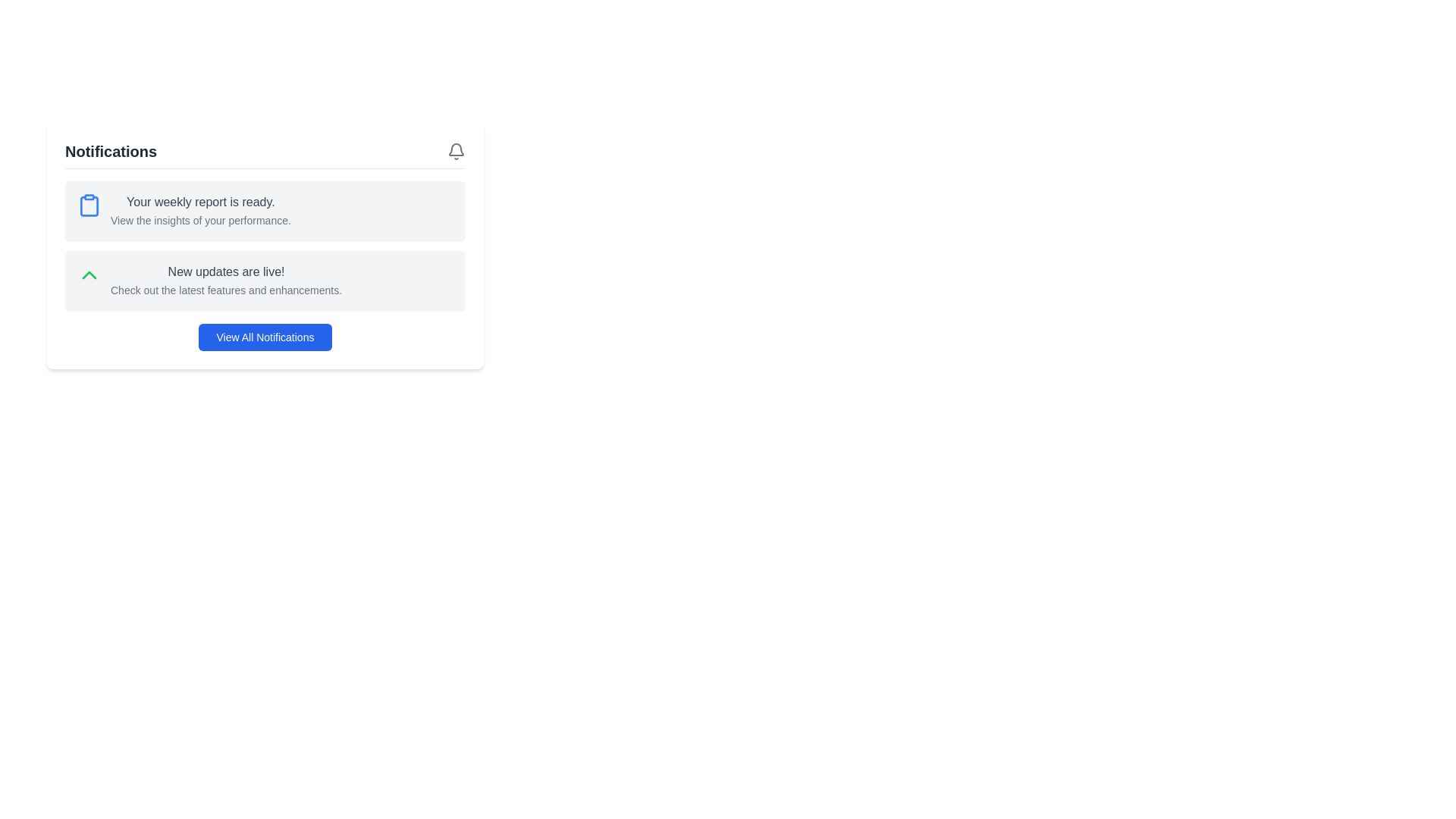  What do you see at coordinates (225, 271) in the screenshot?
I see `title text block that summarizes the content of the surrounding notification card, positioned at the top of the card, horizontally centered` at bounding box center [225, 271].